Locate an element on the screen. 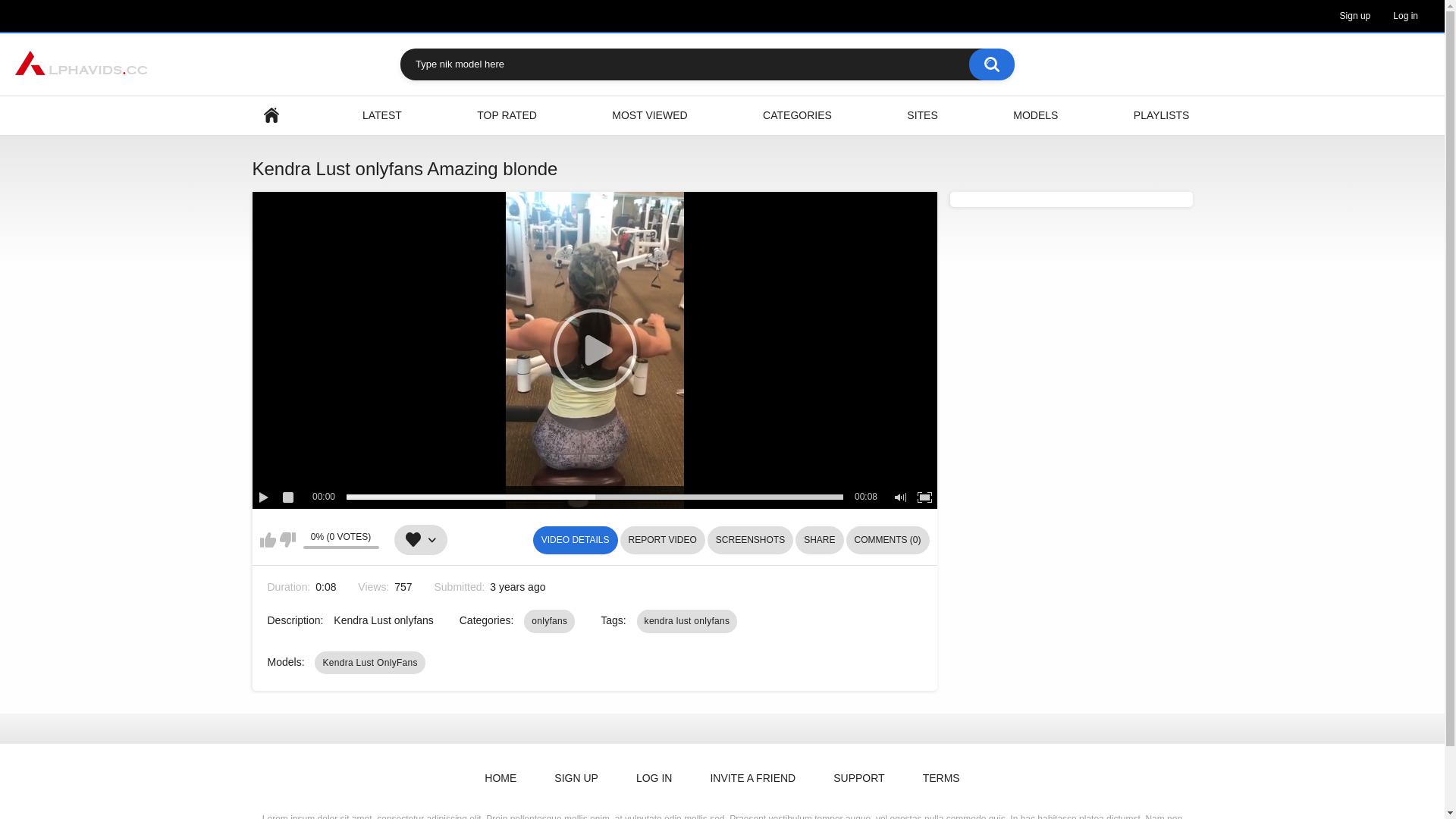 The width and height of the screenshot is (1456, 819). 'SUPPORT' is located at coordinates (817, 778).